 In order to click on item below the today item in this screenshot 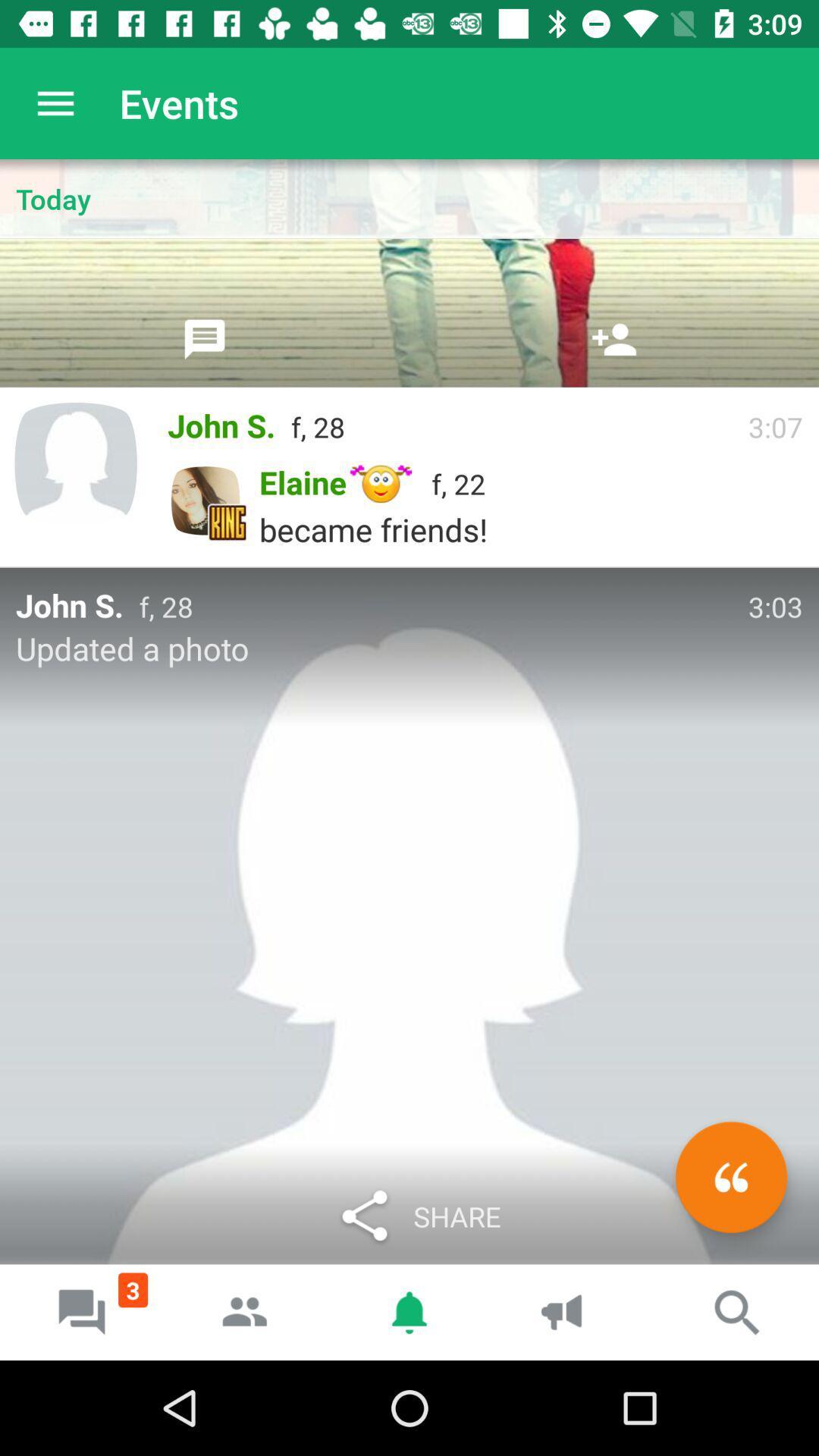, I will do `click(205, 338)`.